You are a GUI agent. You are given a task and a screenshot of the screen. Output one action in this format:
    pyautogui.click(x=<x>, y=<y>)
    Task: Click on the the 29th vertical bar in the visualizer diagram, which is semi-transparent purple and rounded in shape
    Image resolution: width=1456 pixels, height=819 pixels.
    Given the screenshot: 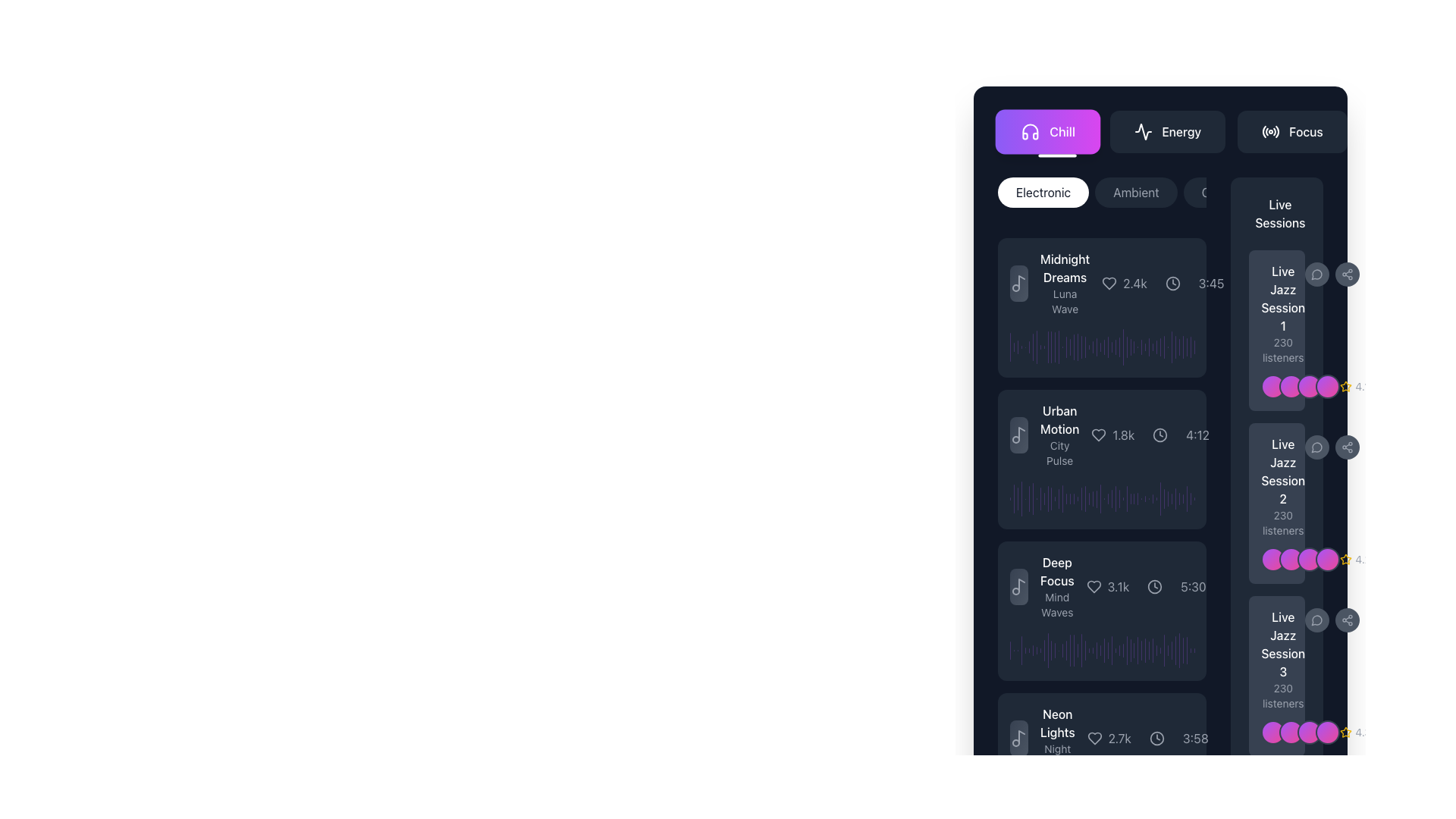 What is the action you would take?
    pyautogui.click(x=1119, y=499)
    